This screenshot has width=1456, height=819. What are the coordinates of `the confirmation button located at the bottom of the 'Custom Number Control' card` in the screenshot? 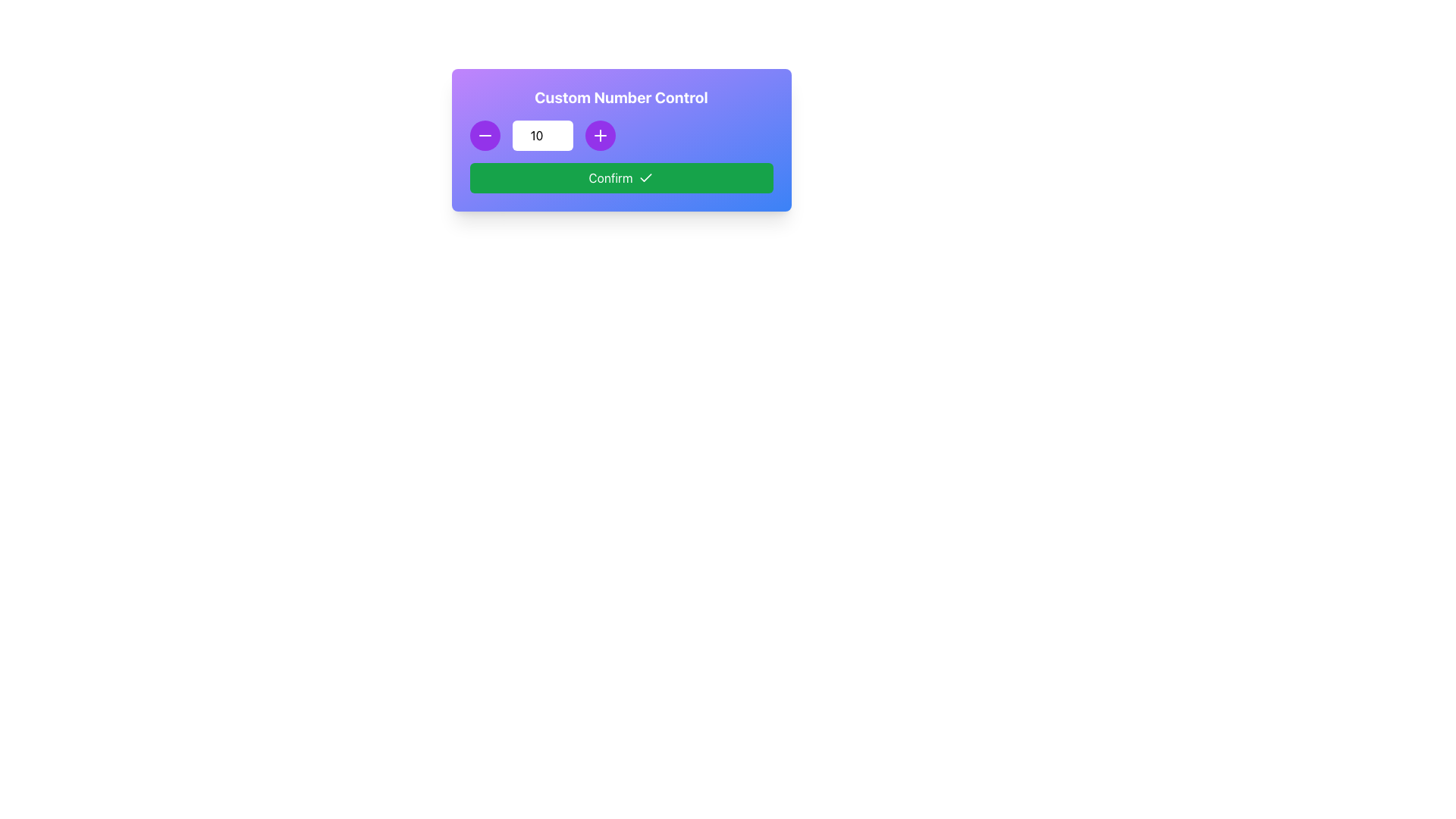 It's located at (621, 177).